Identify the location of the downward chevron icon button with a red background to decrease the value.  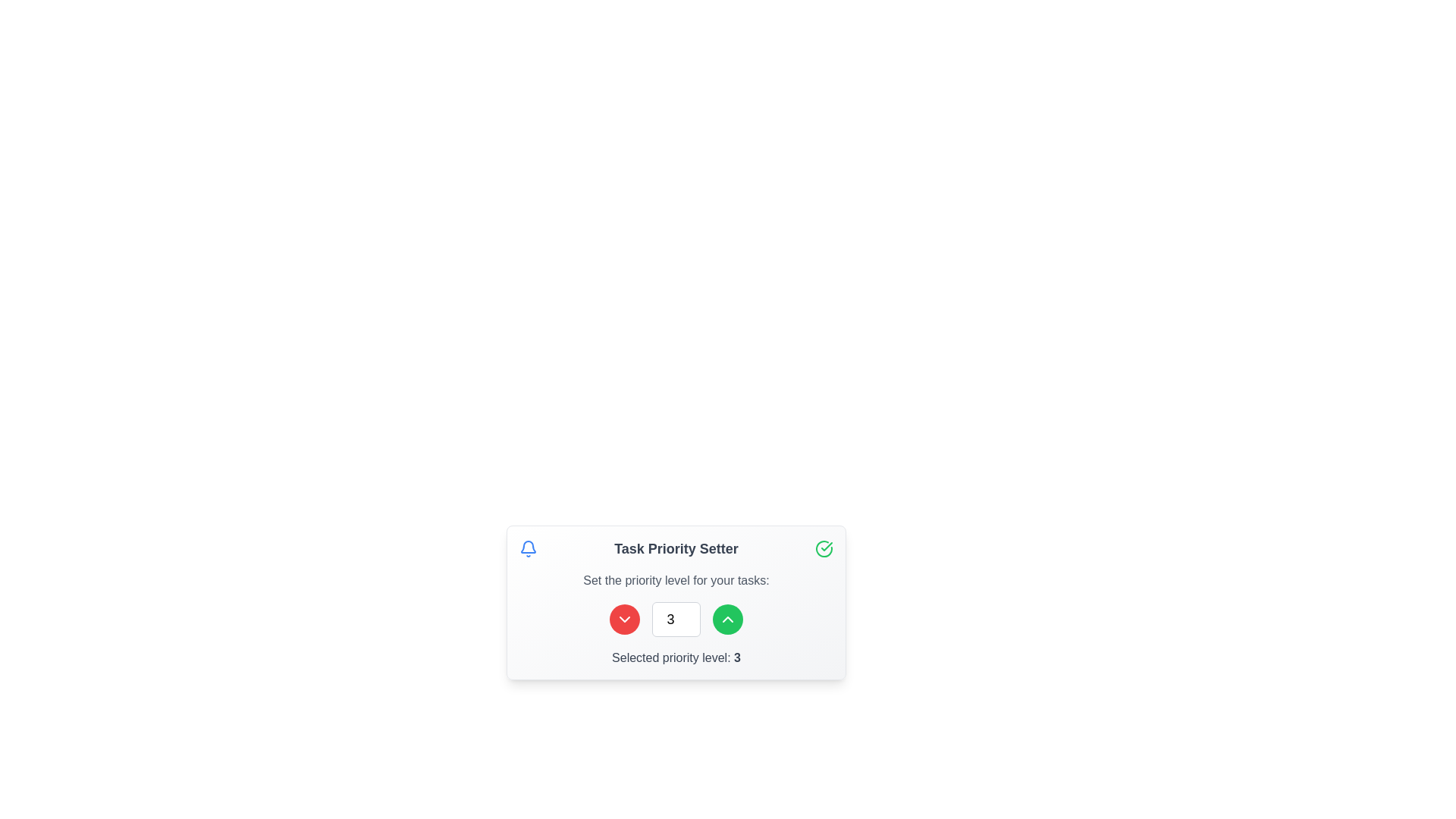
(625, 620).